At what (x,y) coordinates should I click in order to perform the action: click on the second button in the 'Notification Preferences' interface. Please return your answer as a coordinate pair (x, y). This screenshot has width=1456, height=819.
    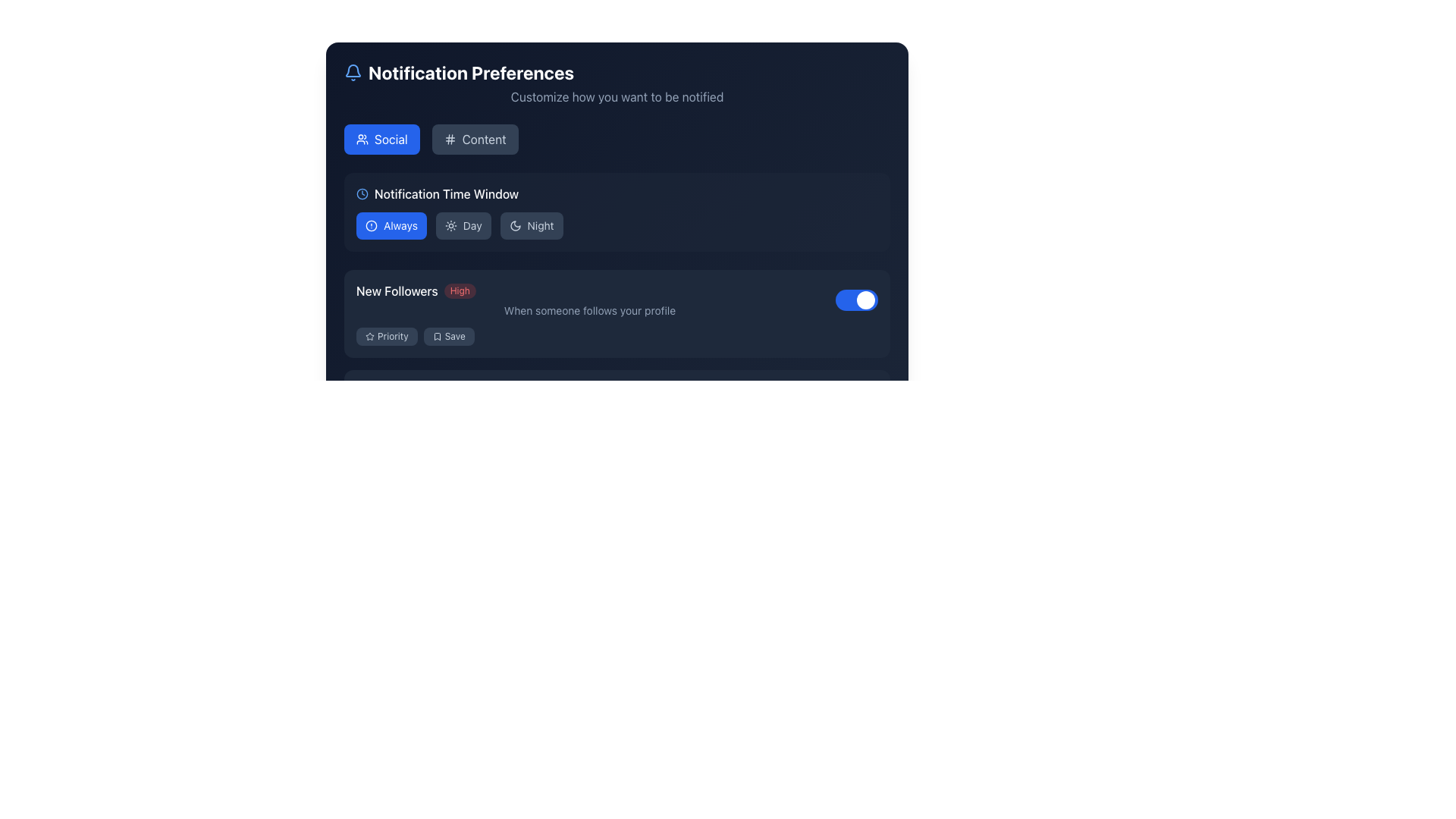
    Looking at the image, I should click on (447, 436).